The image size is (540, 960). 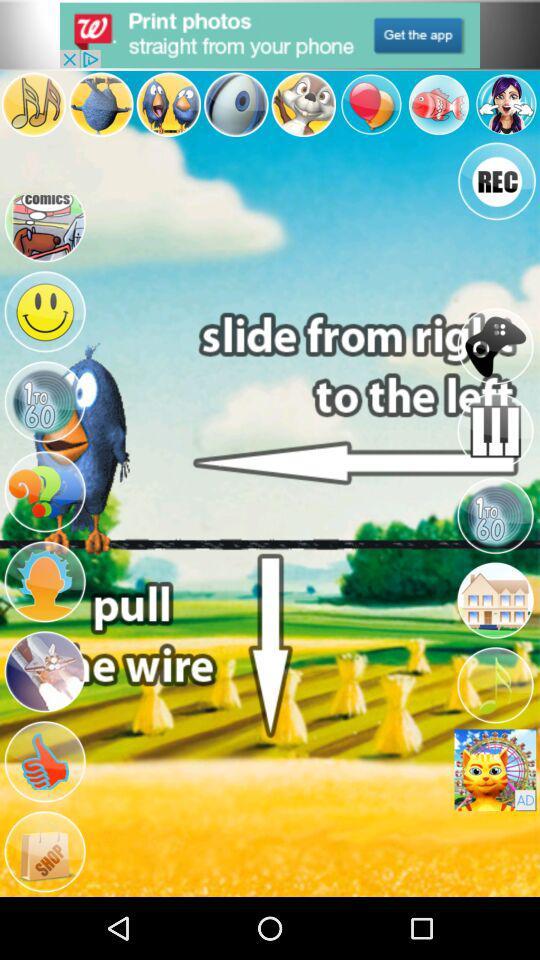 What do you see at coordinates (100, 104) in the screenshot?
I see `the second image in the first row` at bounding box center [100, 104].